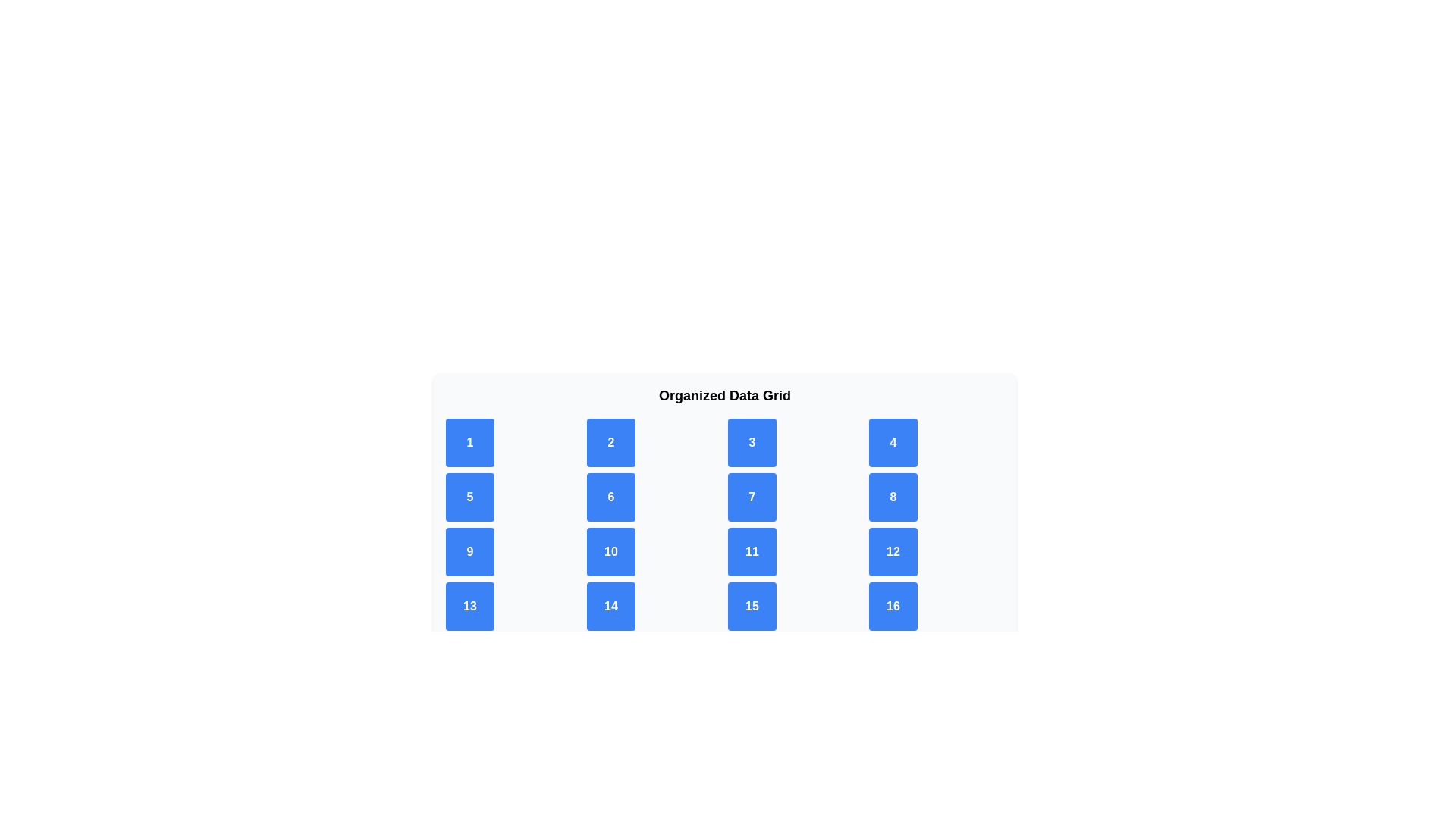  What do you see at coordinates (611, 497) in the screenshot?
I see `the blue square button labeled '6' located in the second row and second column of a 4x4 grid` at bounding box center [611, 497].